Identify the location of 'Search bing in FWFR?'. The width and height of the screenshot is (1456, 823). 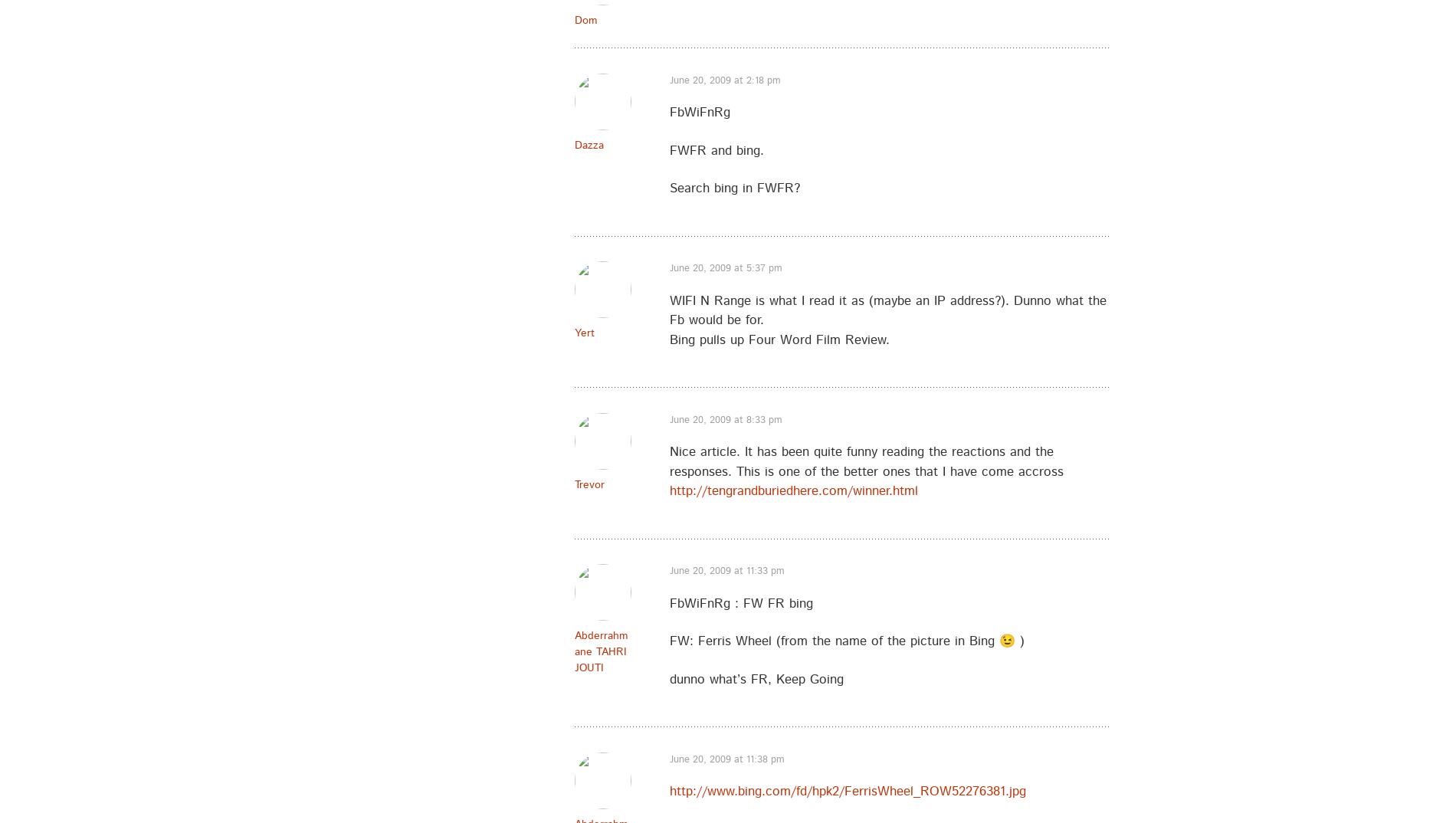
(669, 188).